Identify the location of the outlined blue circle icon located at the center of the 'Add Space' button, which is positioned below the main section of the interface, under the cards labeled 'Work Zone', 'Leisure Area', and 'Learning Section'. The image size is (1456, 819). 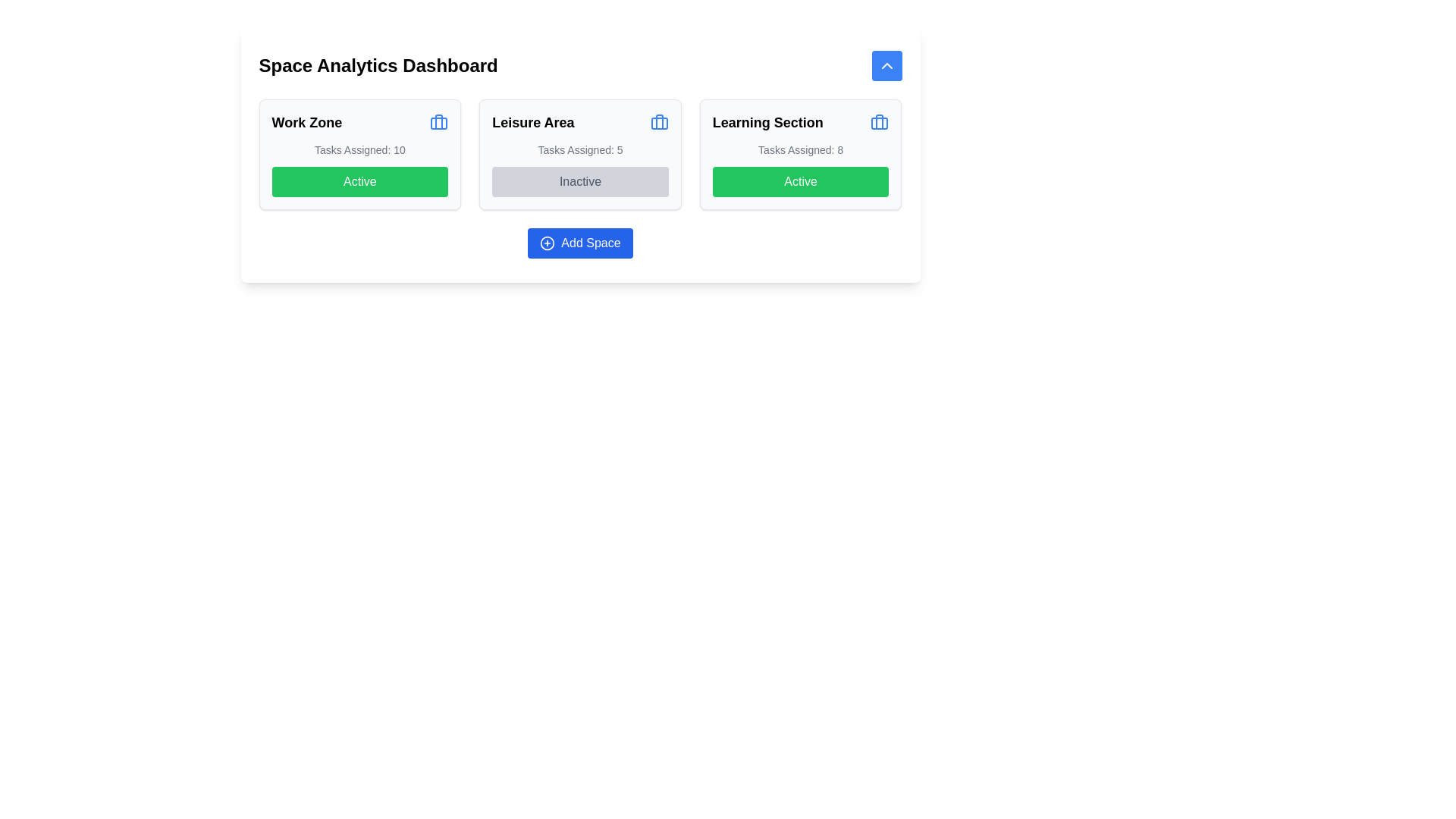
(547, 242).